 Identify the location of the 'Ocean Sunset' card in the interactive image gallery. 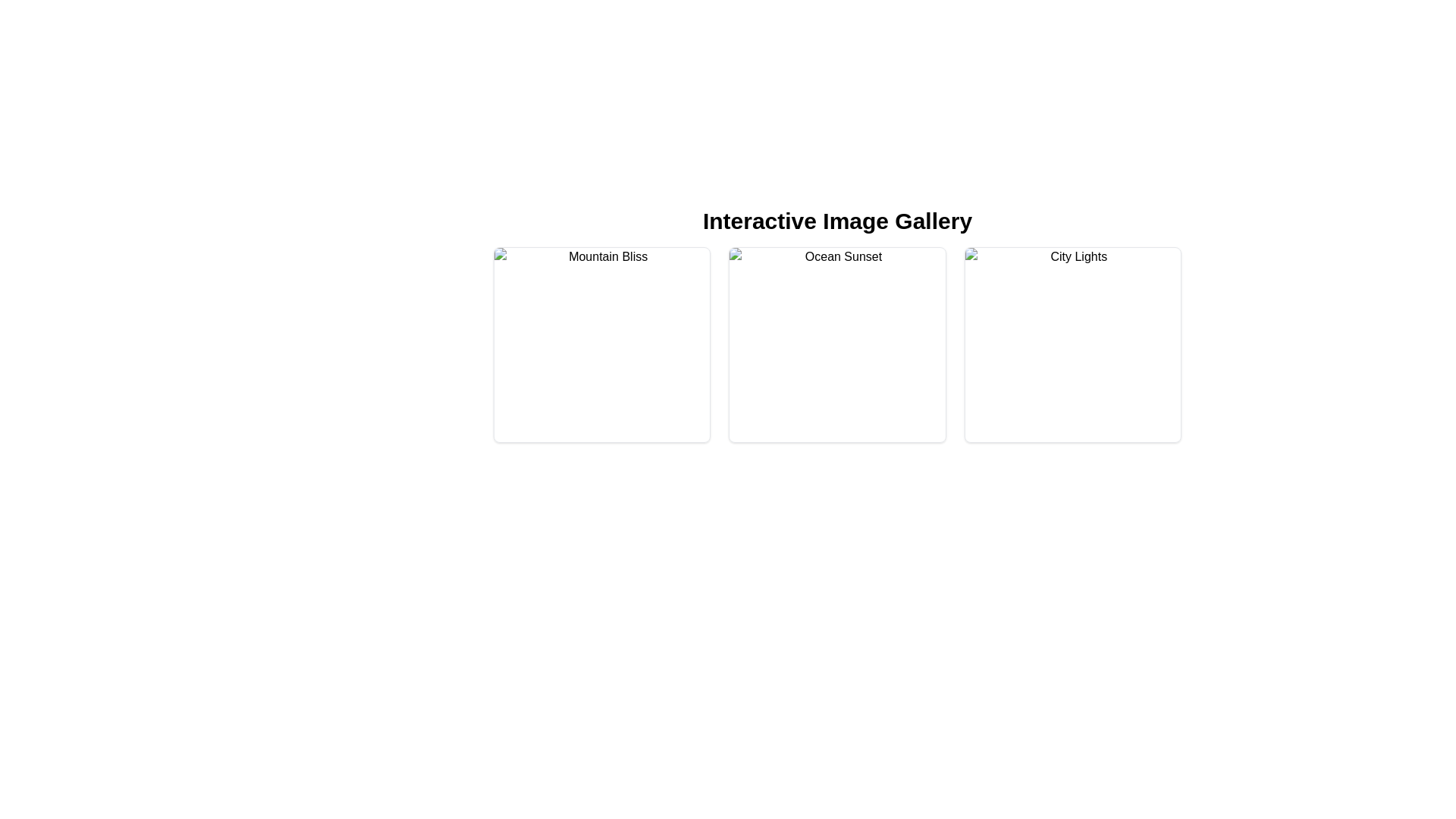
(836, 345).